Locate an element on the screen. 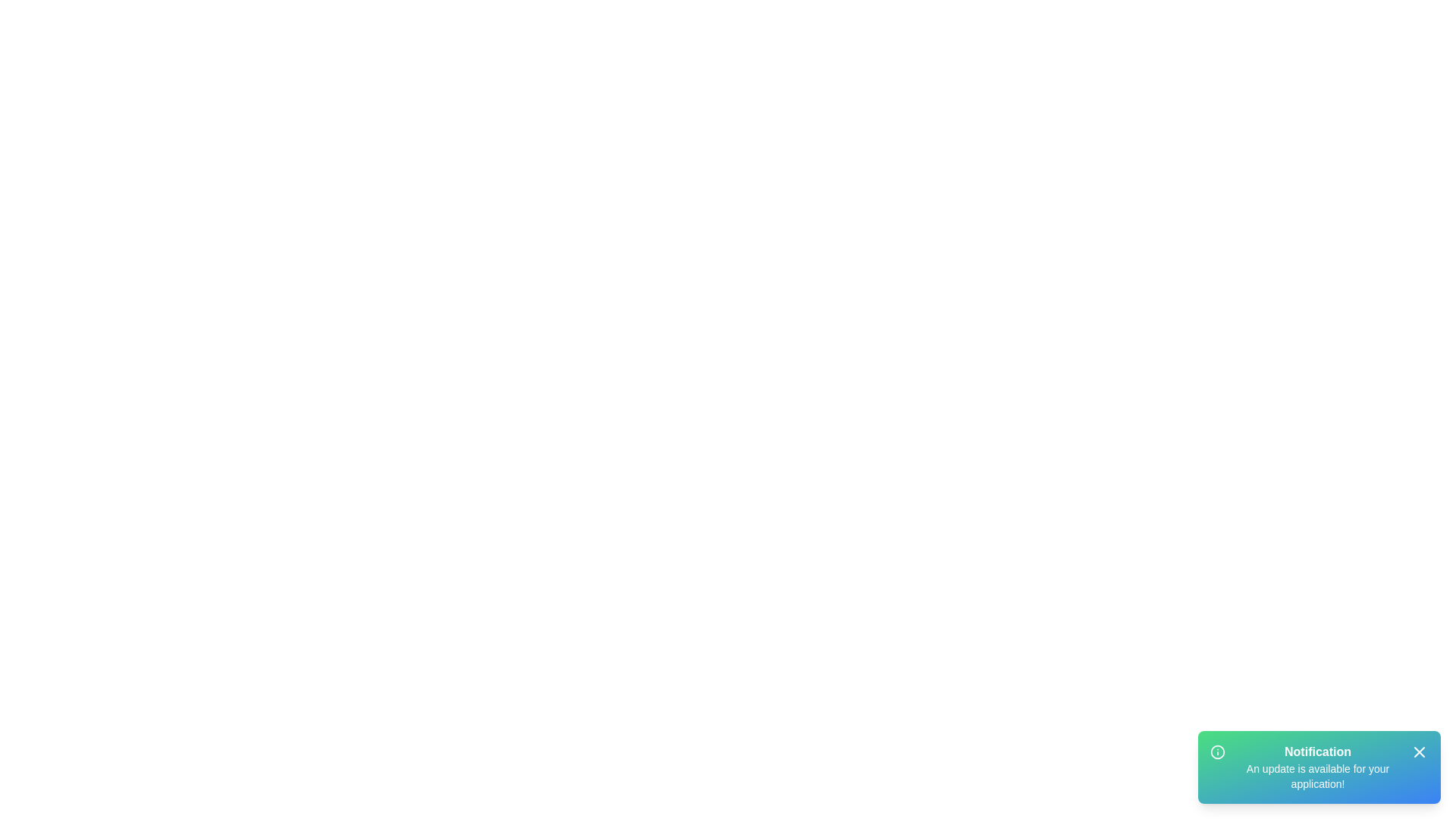 Image resolution: width=1456 pixels, height=819 pixels. the close button of the snackbar to dismiss it is located at coordinates (1419, 752).